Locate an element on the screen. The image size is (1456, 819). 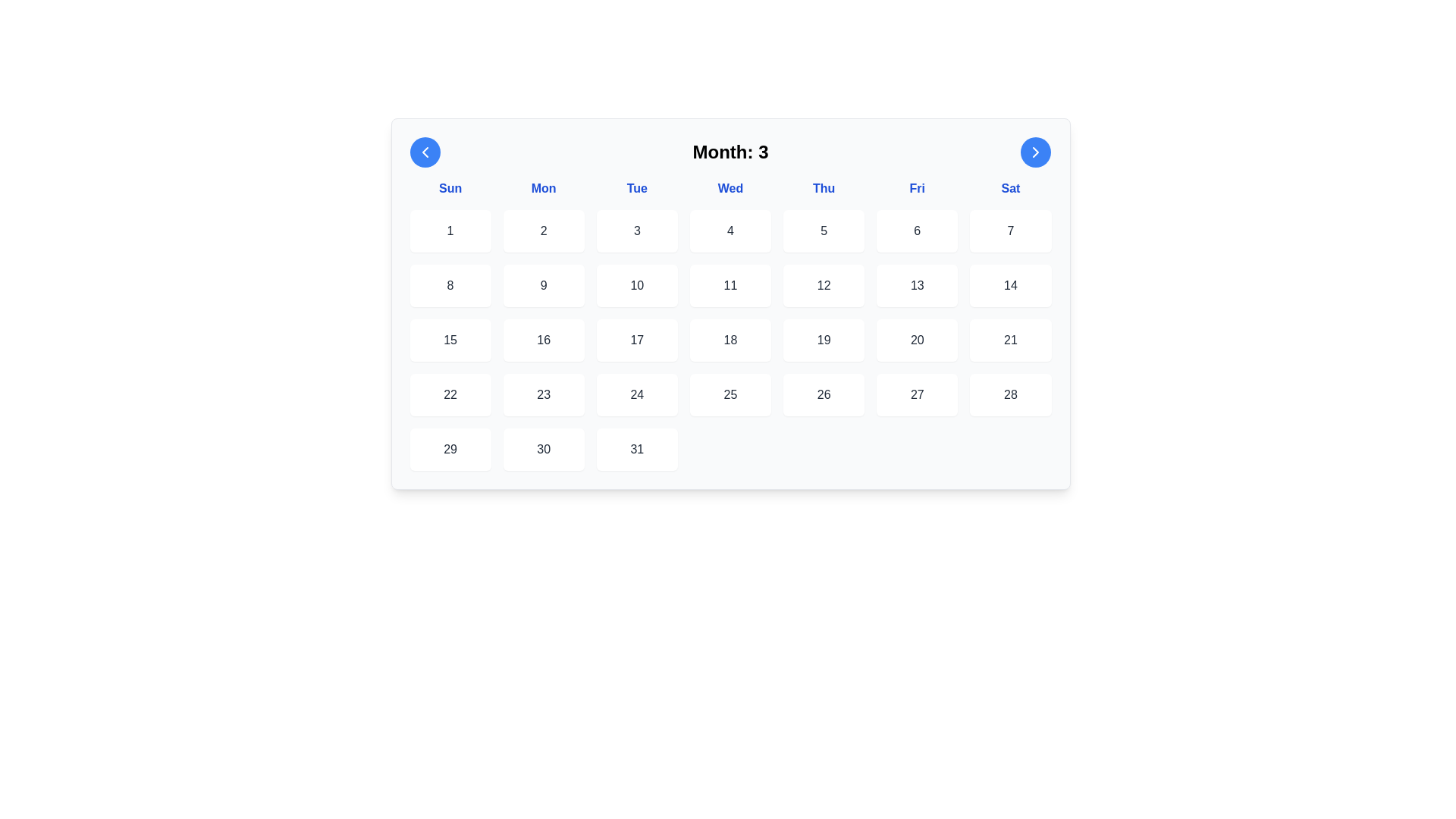
the bold, blue text label that reads 'Thu', which is located in the fifth column of the grid representing days of the week, positioned under the header 'Month: 3' is located at coordinates (823, 188).